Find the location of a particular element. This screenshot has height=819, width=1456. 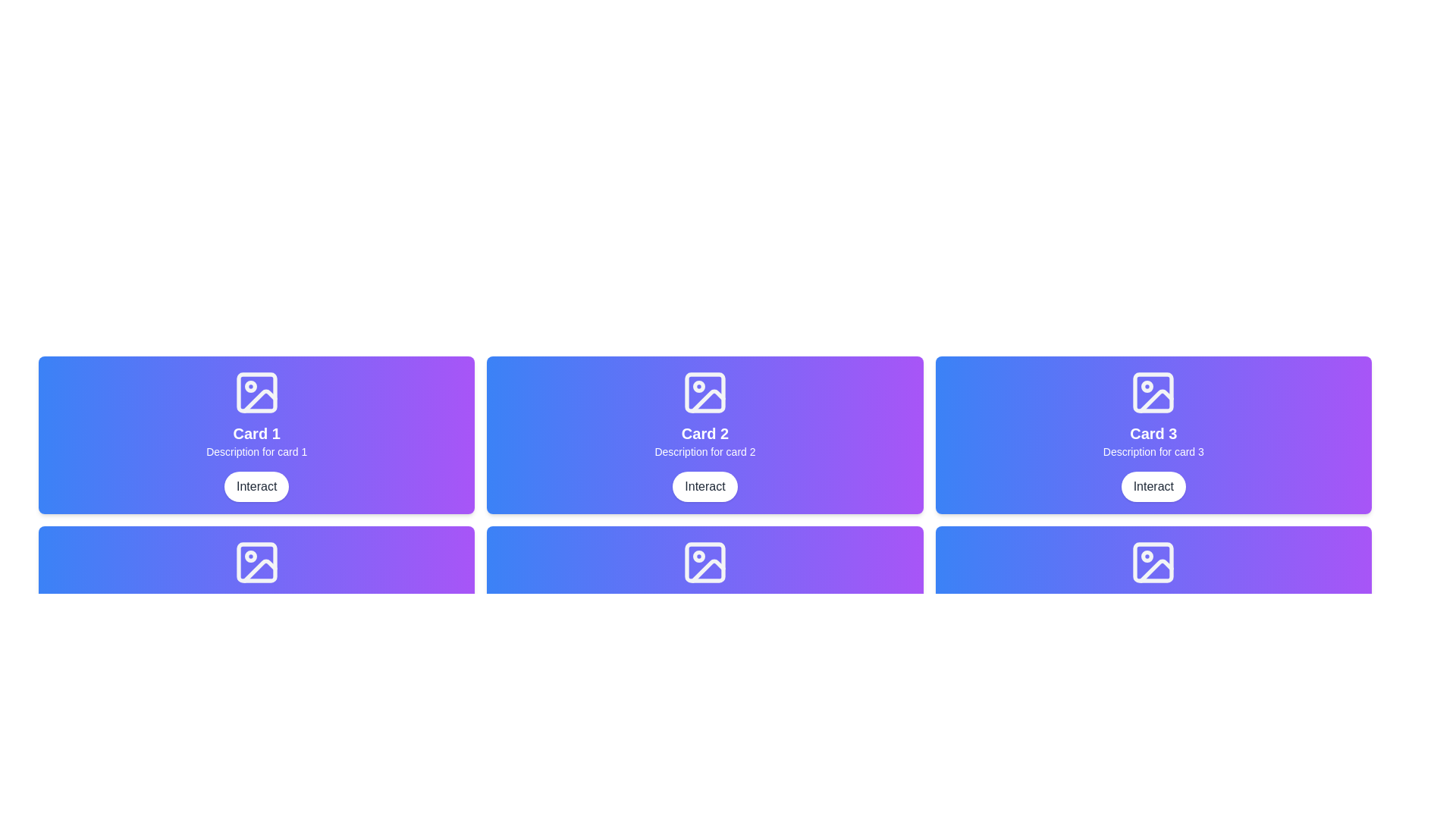

the icon resembling an image or photo with a gray outline, located centrally within 'Card 2', which is the middle card in the top row, situated above the text 'Card 2' and 'Description for card 2' is located at coordinates (704, 391).